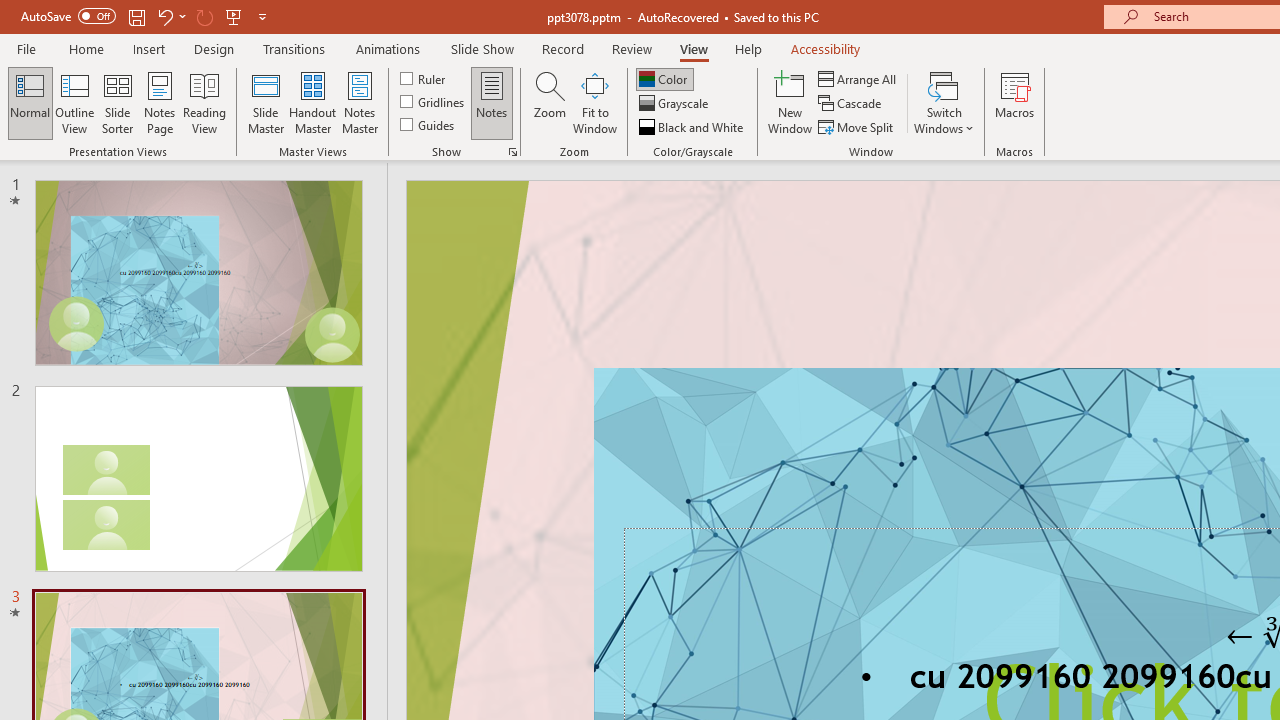 The width and height of the screenshot is (1280, 720). I want to click on 'Outline View', so click(74, 103).